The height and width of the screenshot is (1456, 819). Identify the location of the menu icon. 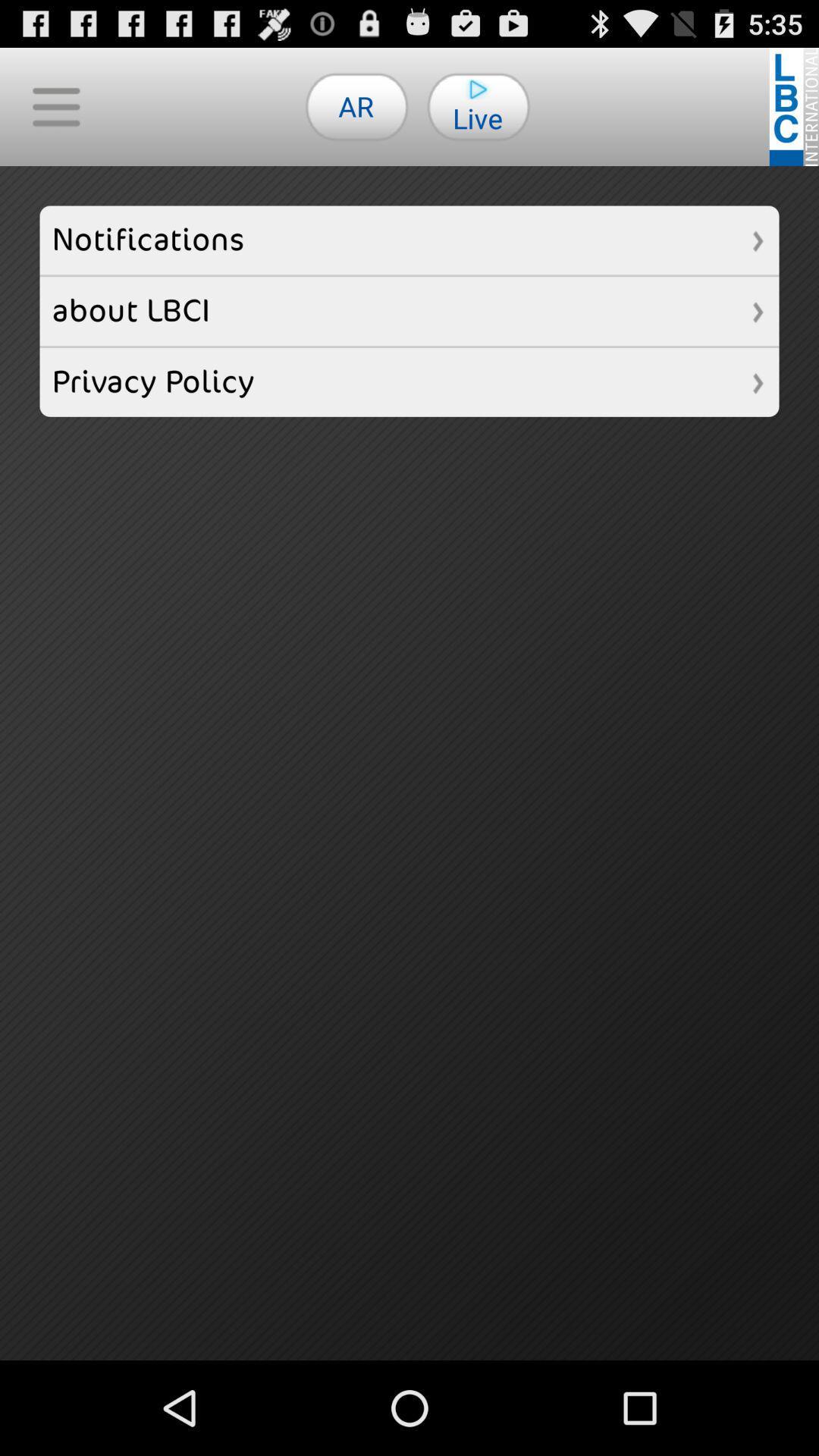
(55, 113).